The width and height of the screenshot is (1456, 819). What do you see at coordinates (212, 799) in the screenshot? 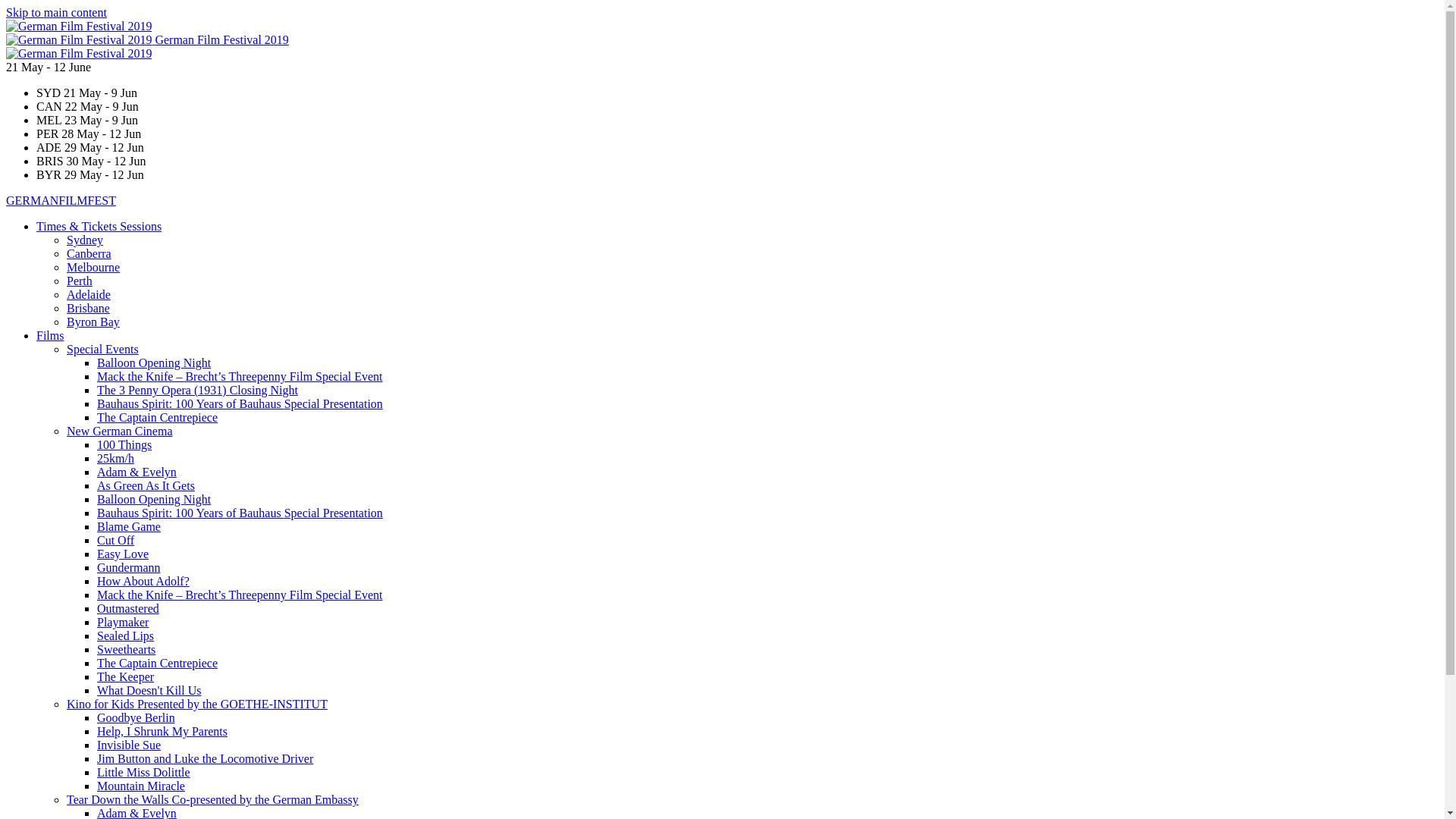
I see `'Tear Down the Walls Co-presented by the German Embassy'` at bounding box center [212, 799].